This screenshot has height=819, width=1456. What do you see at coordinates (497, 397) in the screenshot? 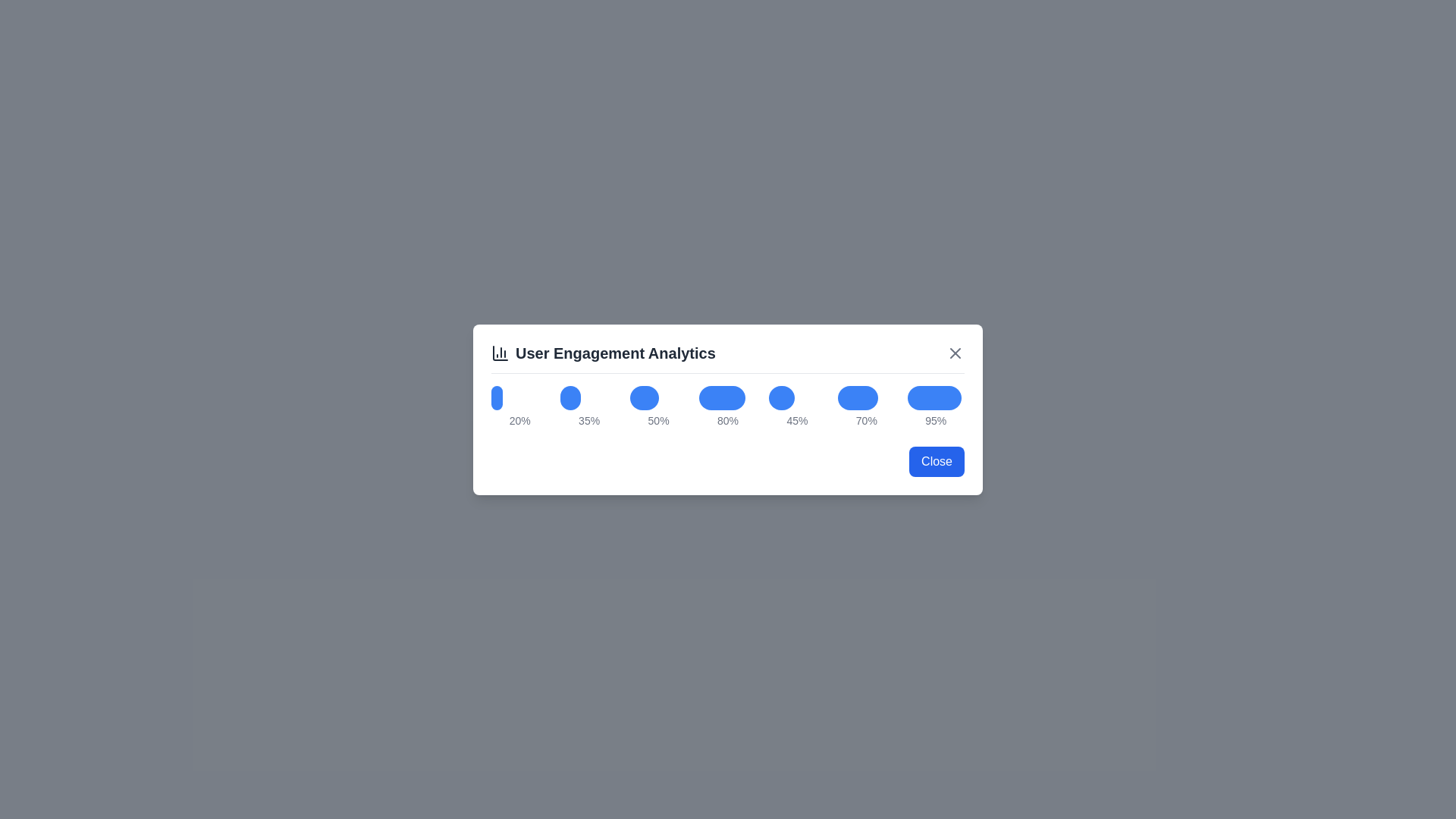
I see `the bar graph corresponding to the percentage 20` at bounding box center [497, 397].